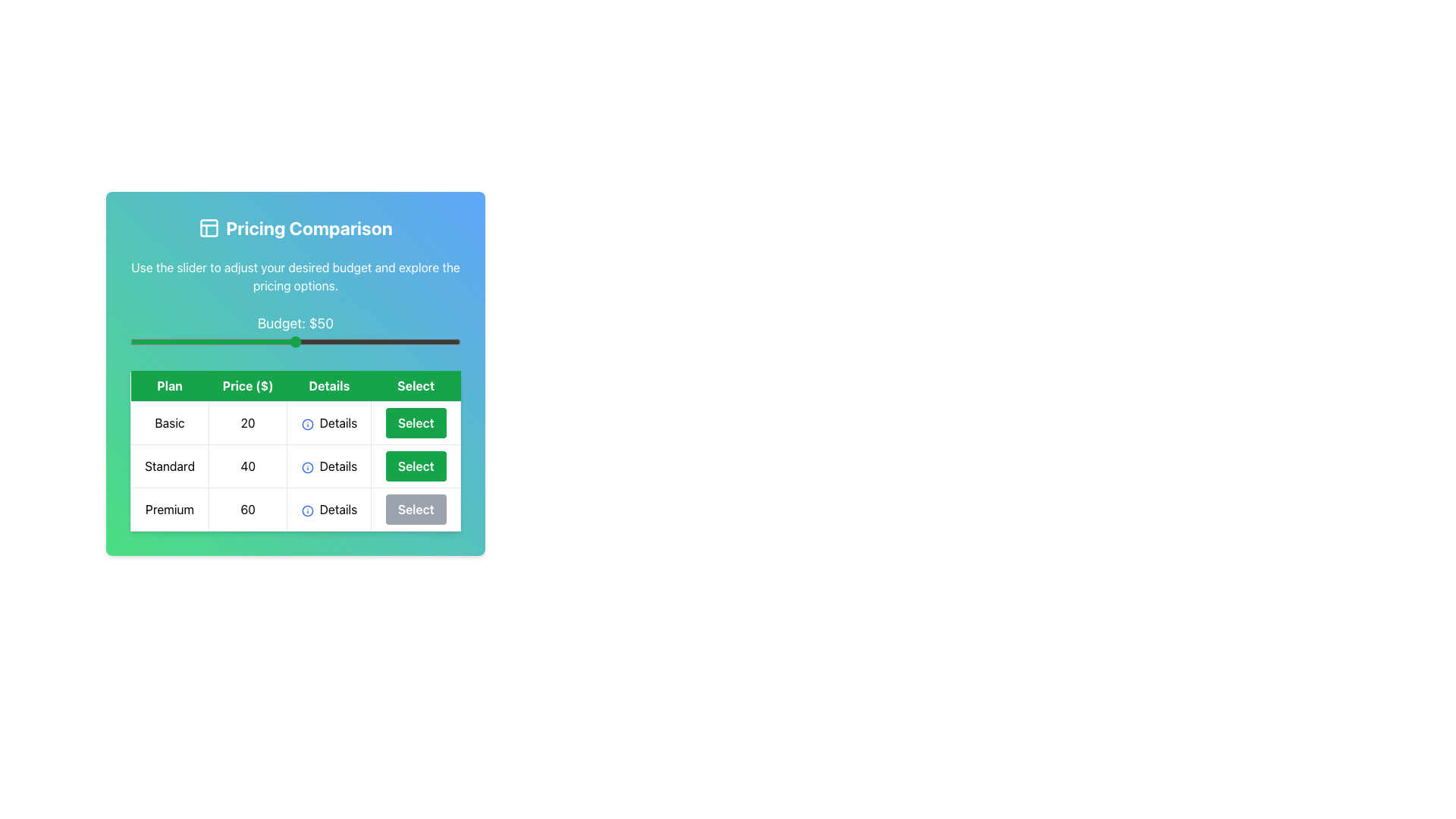  Describe the element at coordinates (295, 509) in the screenshot. I see `the 'Details' link in the third row of the pricing comparison table` at that location.